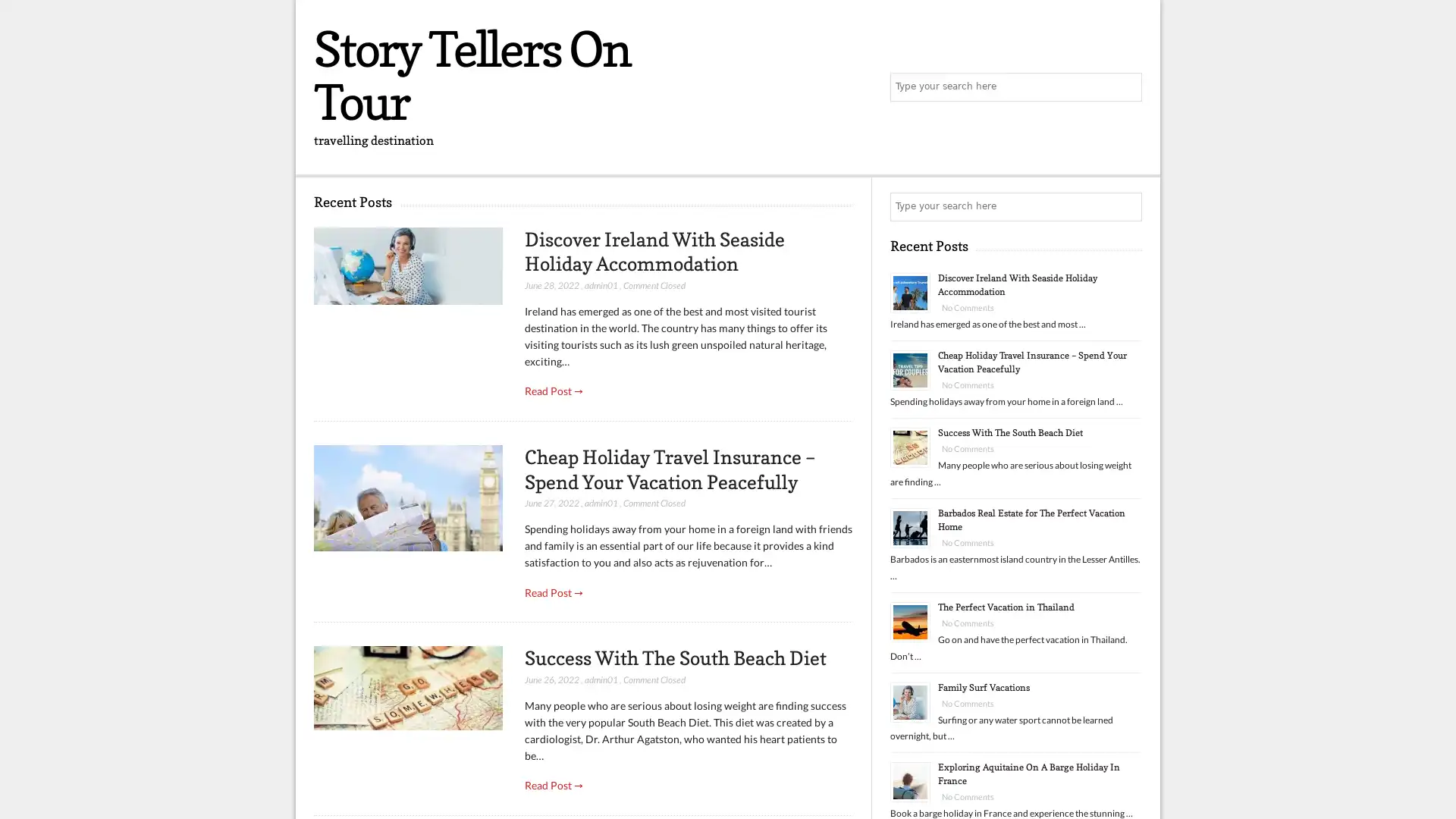 This screenshot has height=819, width=1456. Describe the element at coordinates (1126, 207) in the screenshot. I see `Search` at that location.